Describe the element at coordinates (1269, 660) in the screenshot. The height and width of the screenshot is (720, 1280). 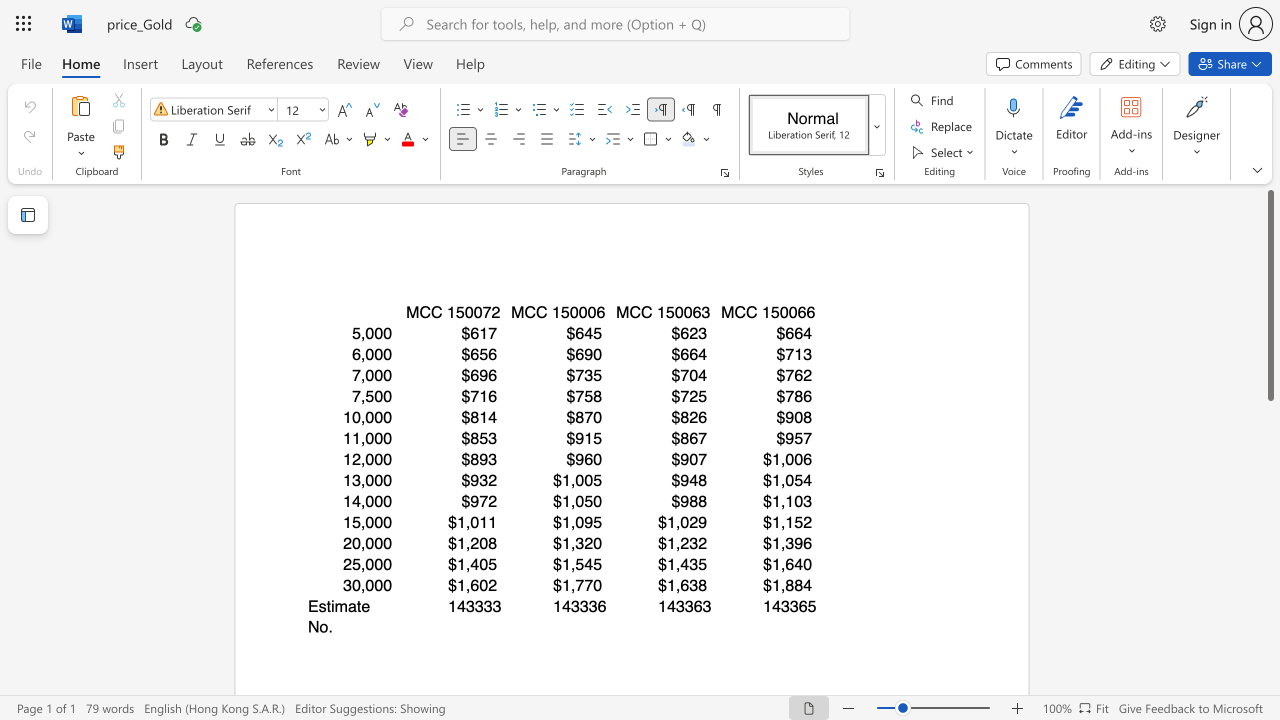
I see `the scrollbar to scroll downward` at that location.